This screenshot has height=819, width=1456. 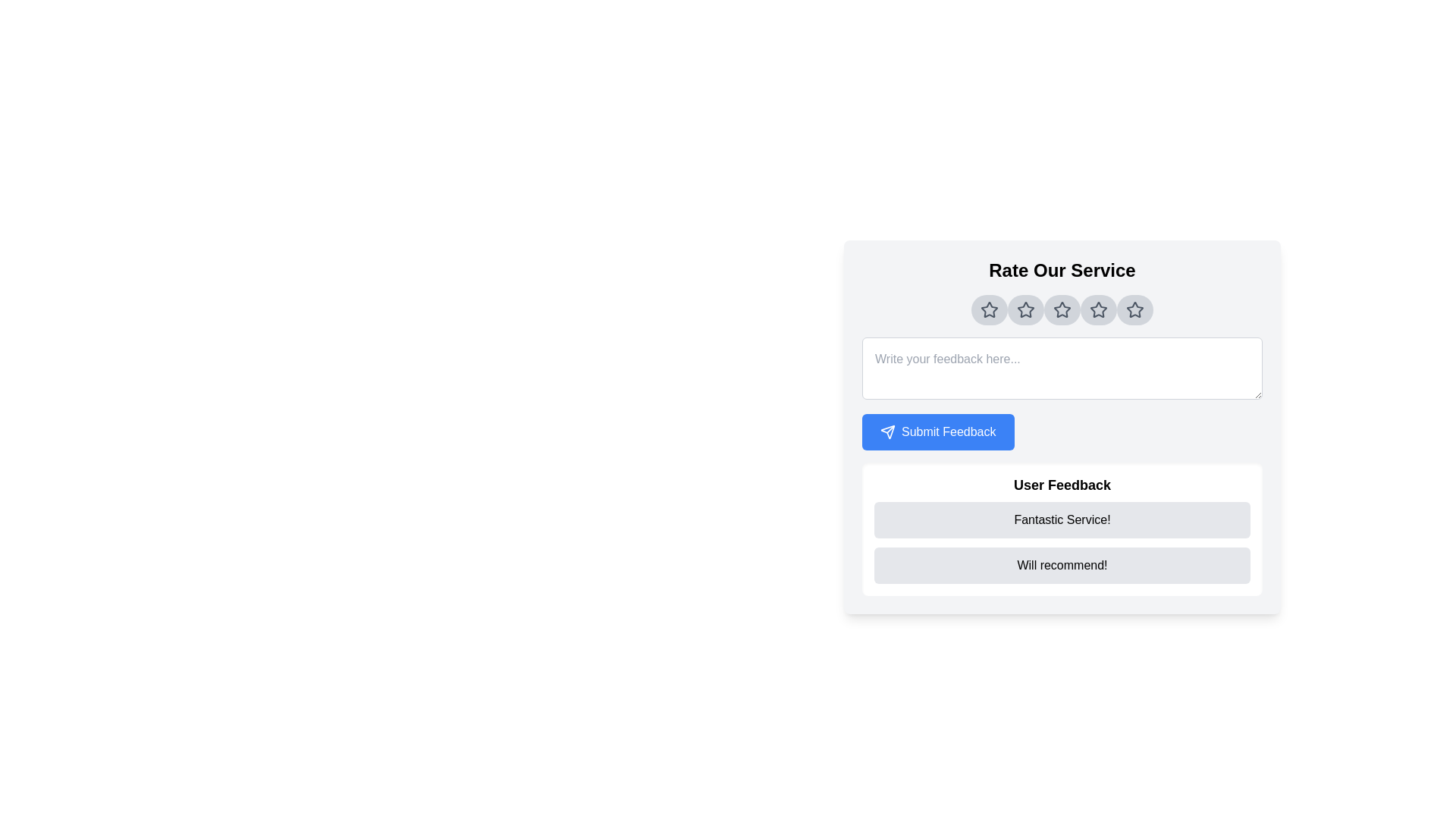 I want to click on the fifth star in the horizontal row of rating stars, so click(x=1098, y=309).